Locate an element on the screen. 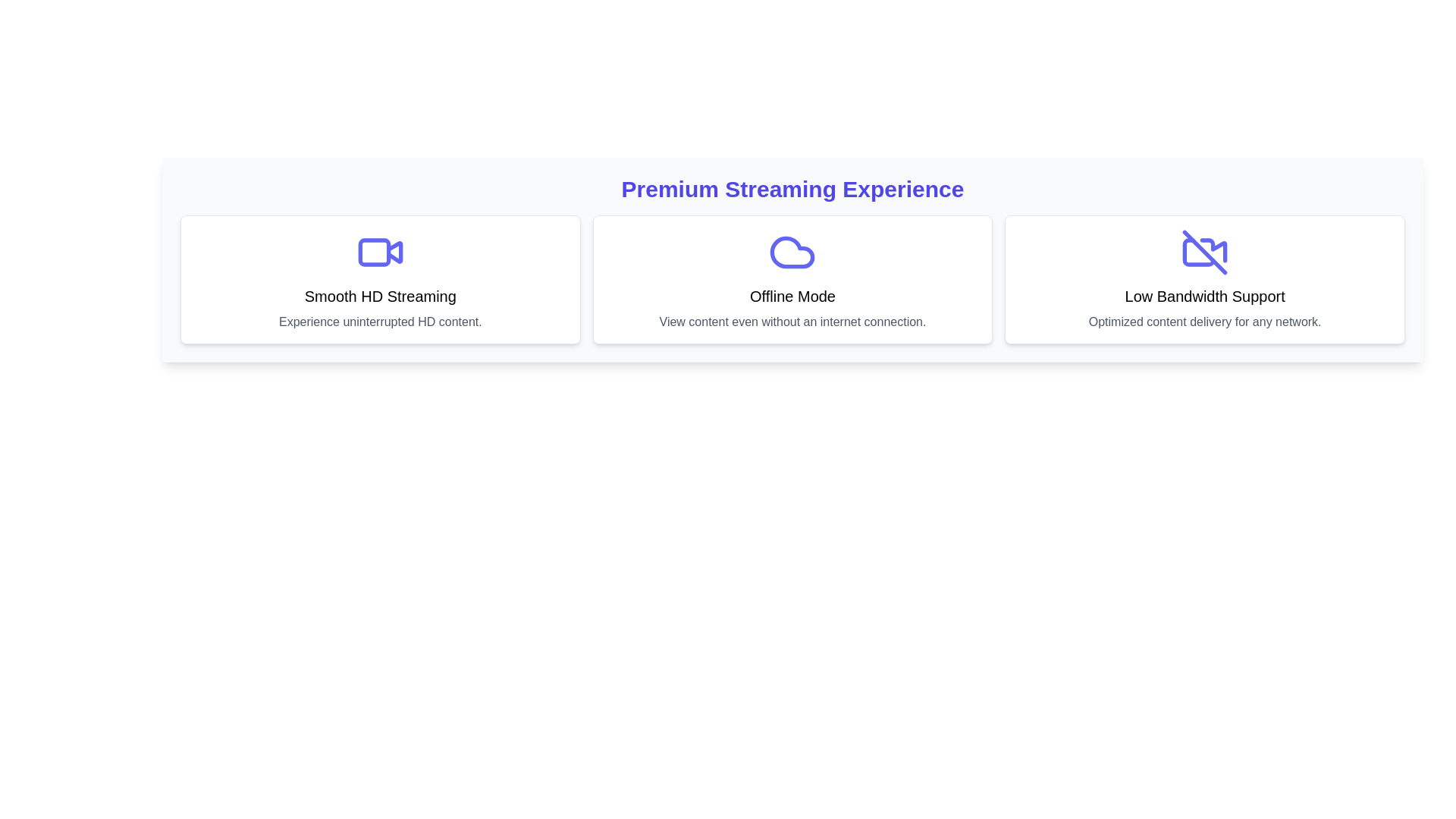 This screenshot has height=819, width=1456. the cloud-shaped icon with a blue outline located above the 'Offline Mode' text within its card is located at coordinates (792, 251).